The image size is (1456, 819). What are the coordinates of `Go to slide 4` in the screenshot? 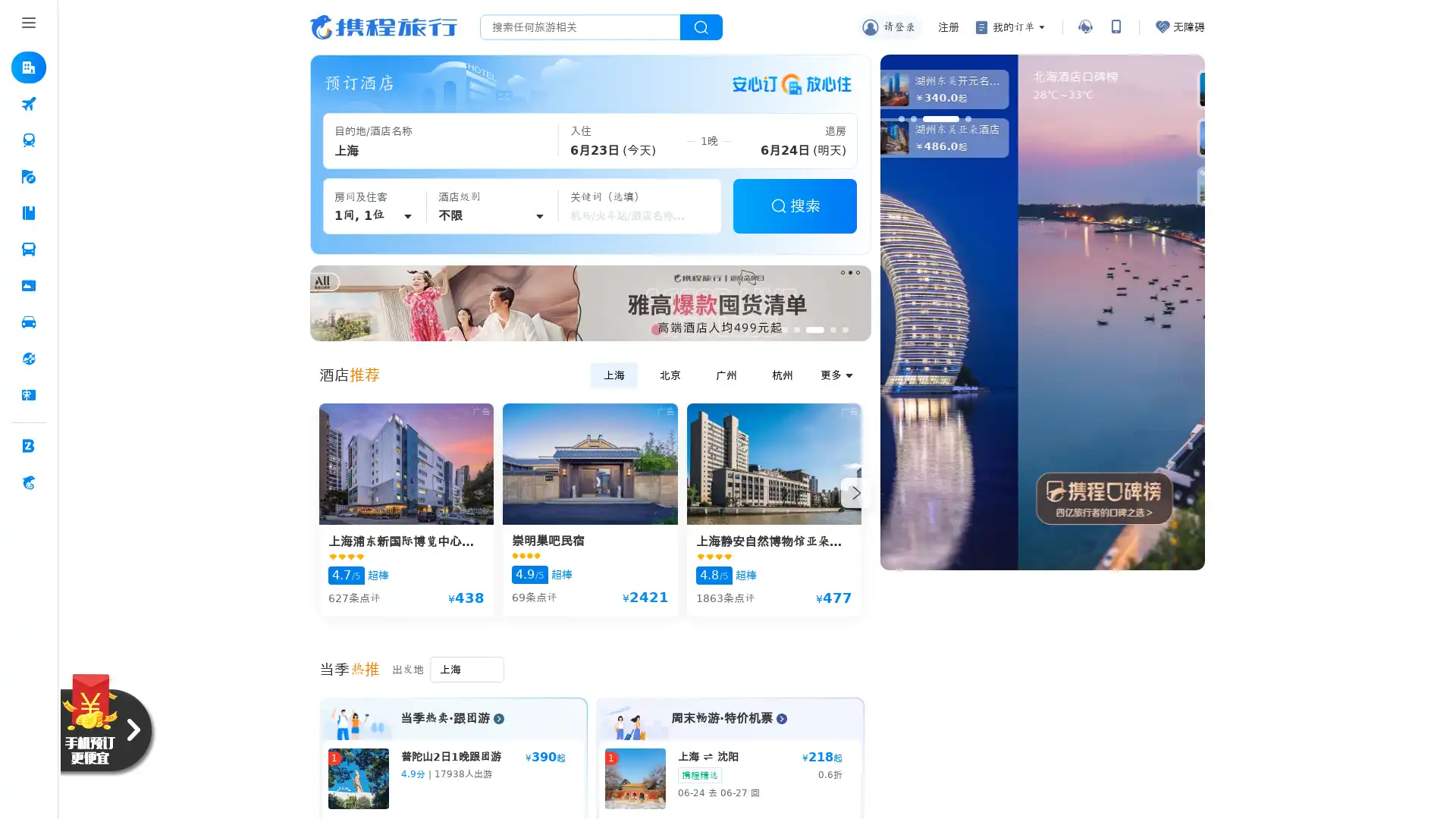 It's located at (832, 329).